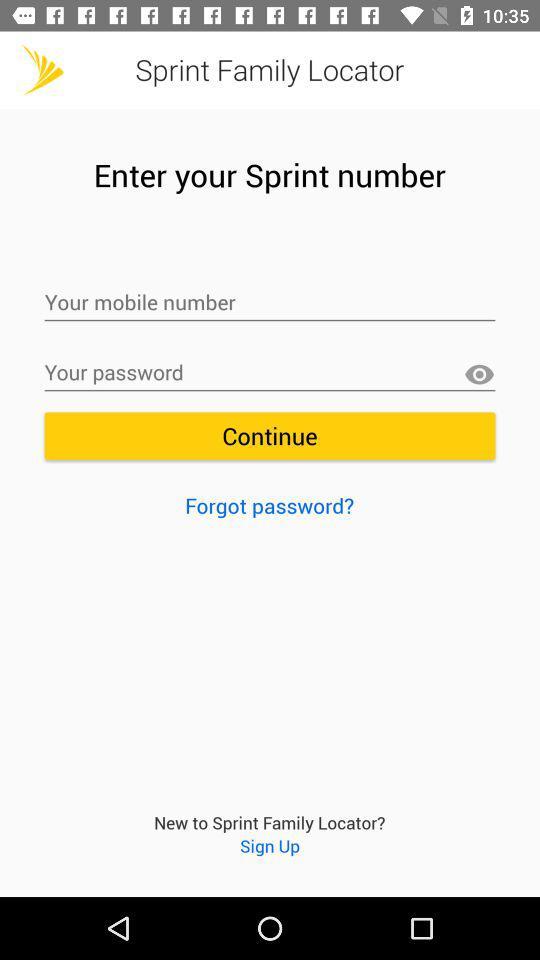  I want to click on continue icon, so click(270, 436).